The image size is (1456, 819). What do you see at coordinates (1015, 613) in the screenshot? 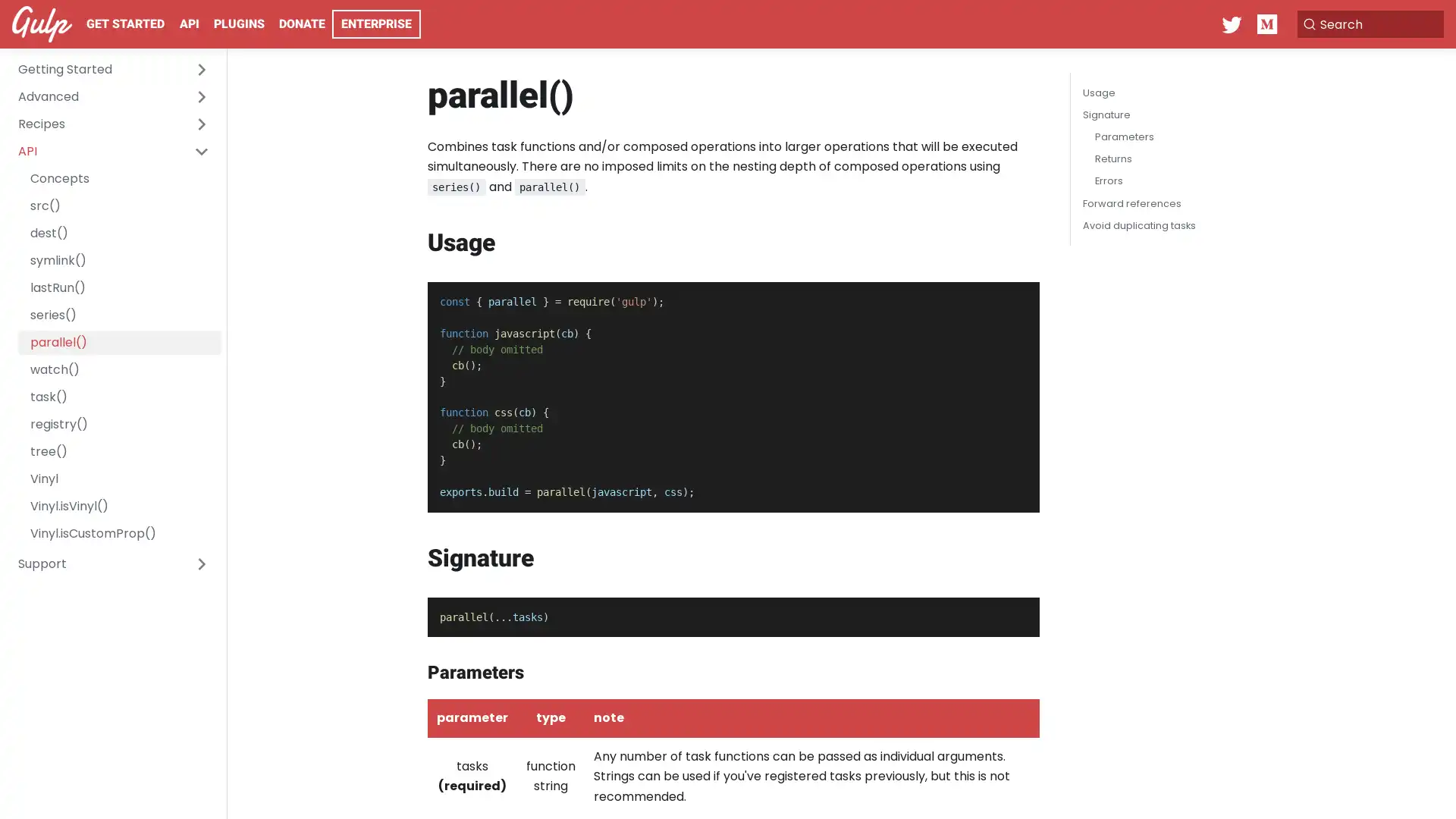
I see `Copy code to clipboard` at bounding box center [1015, 613].